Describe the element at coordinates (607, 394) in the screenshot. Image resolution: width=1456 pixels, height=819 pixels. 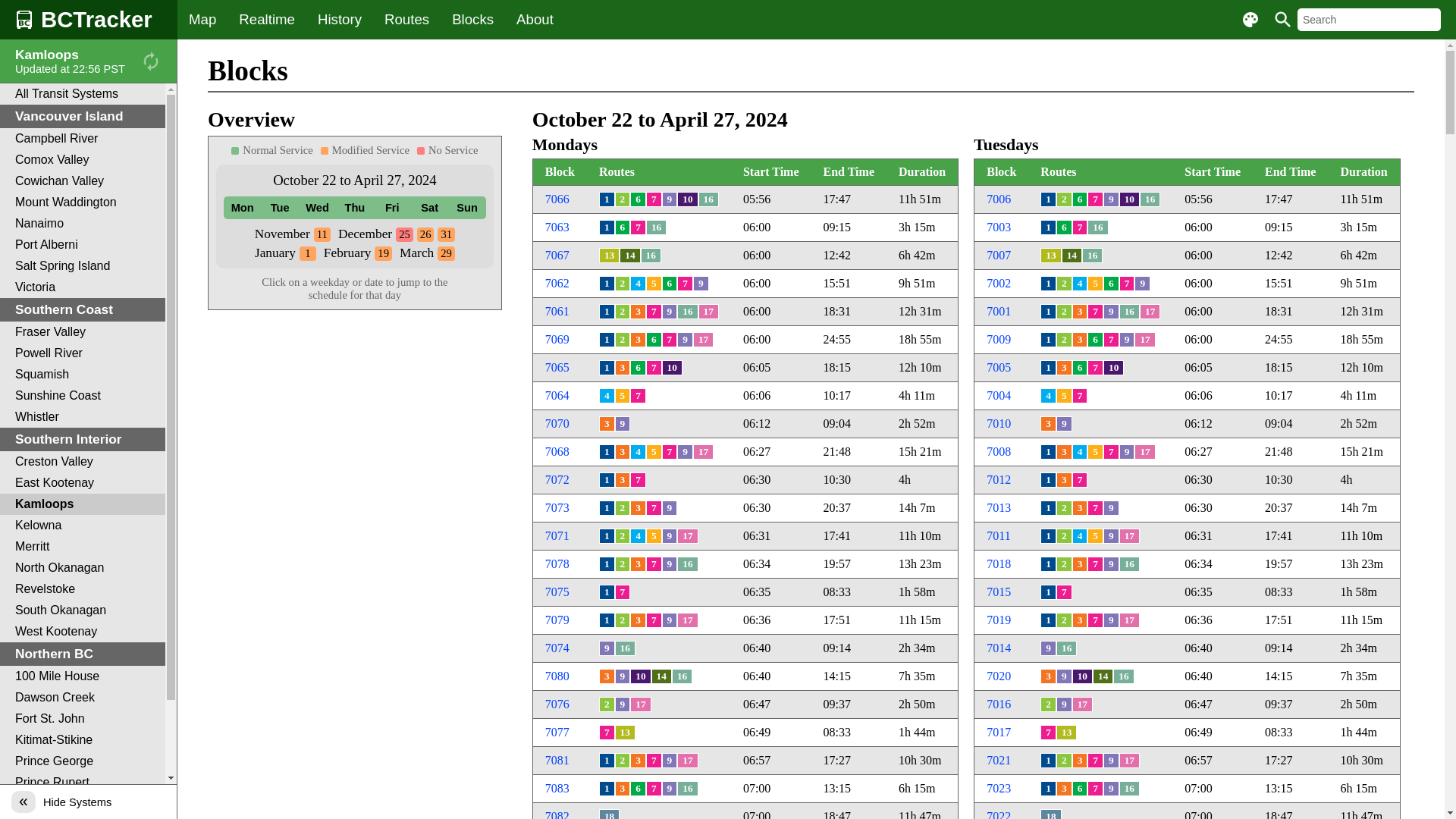
I see `'4'` at that location.